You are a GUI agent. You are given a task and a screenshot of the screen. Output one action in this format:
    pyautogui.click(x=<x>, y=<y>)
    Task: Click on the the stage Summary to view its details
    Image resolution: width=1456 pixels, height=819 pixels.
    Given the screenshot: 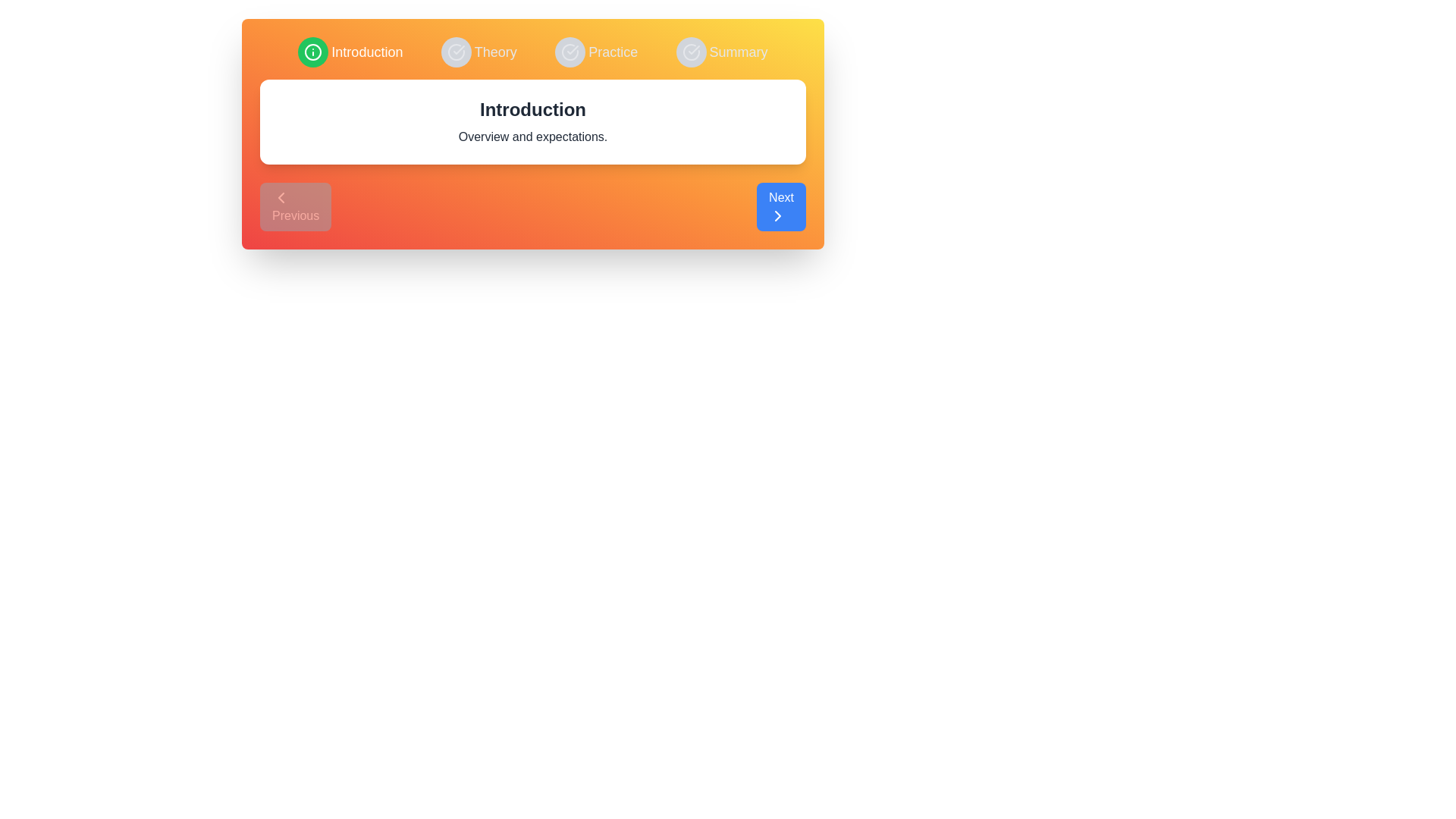 What is the action you would take?
    pyautogui.click(x=721, y=52)
    